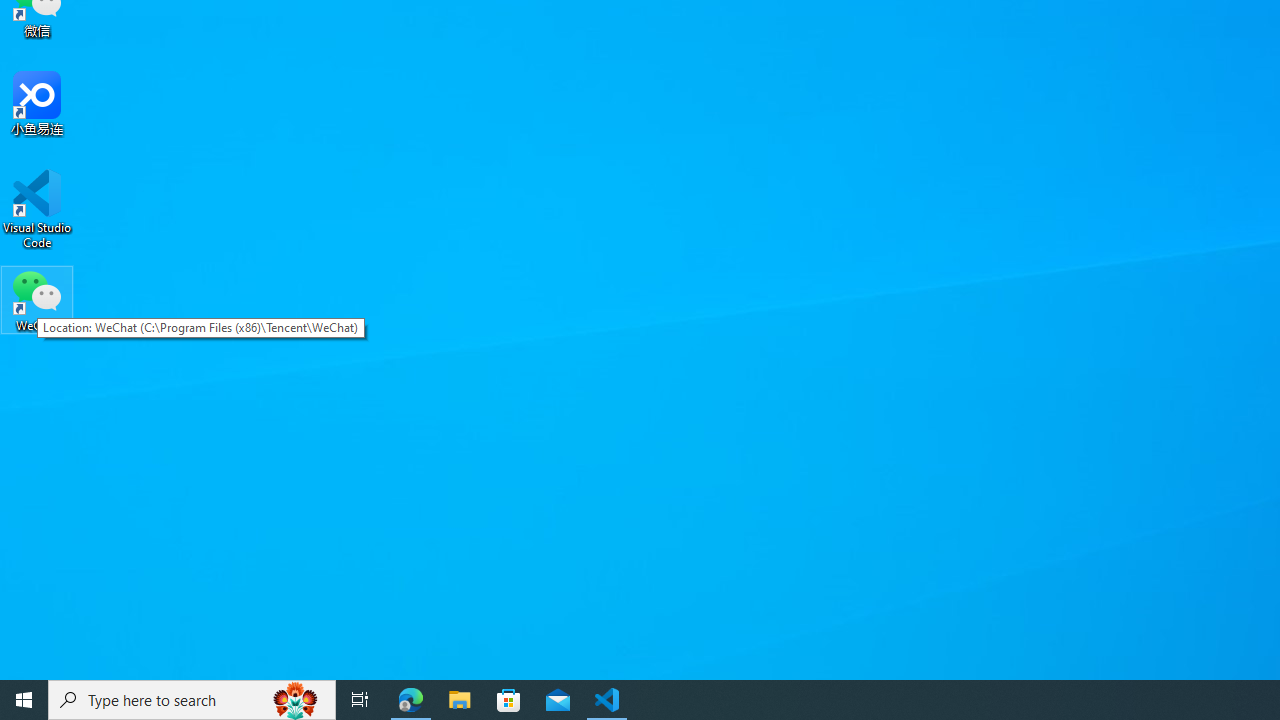 Image resolution: width=1280 pixels, height=720 pixels. Describe the element at coordinates (37, 209) in the screenshot. I see `'Visual Studio Code'` at that location.